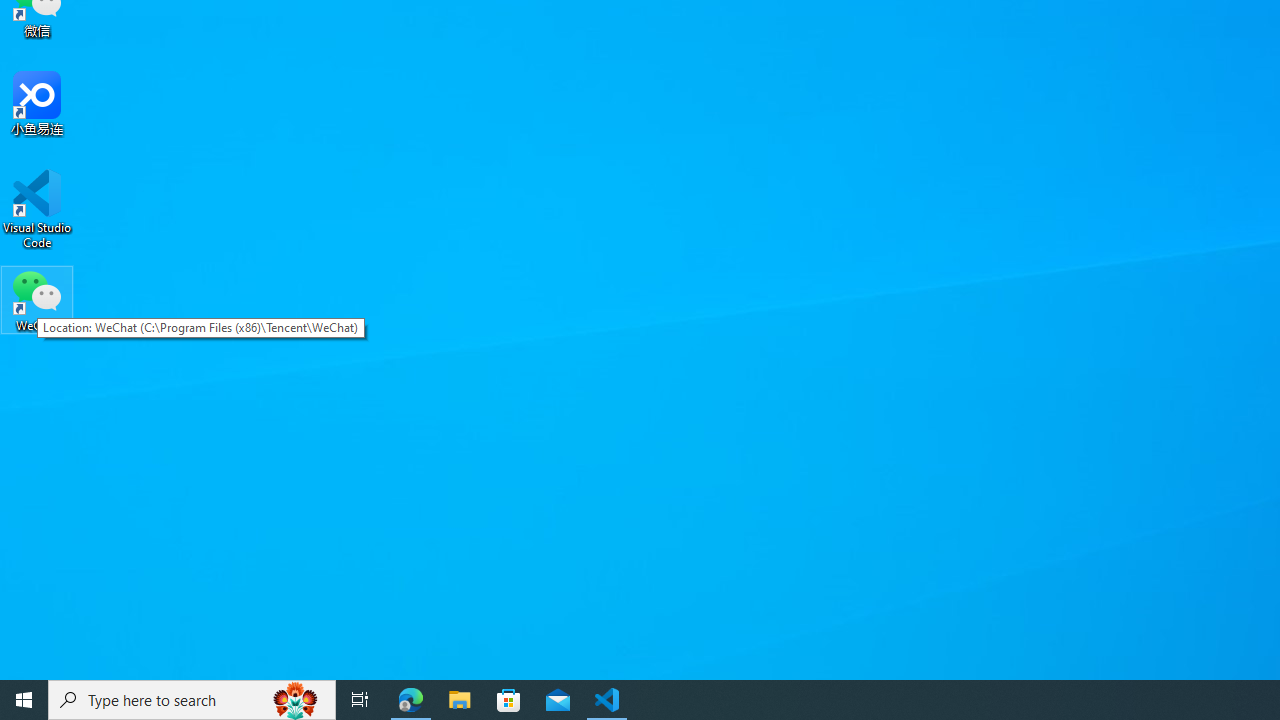 Image resolution: width=1280 pixels, height=720 pixels. Describe the element at coordinates (37, 209) in the screenshot. I see `'Visual Studio Code'` at that location.